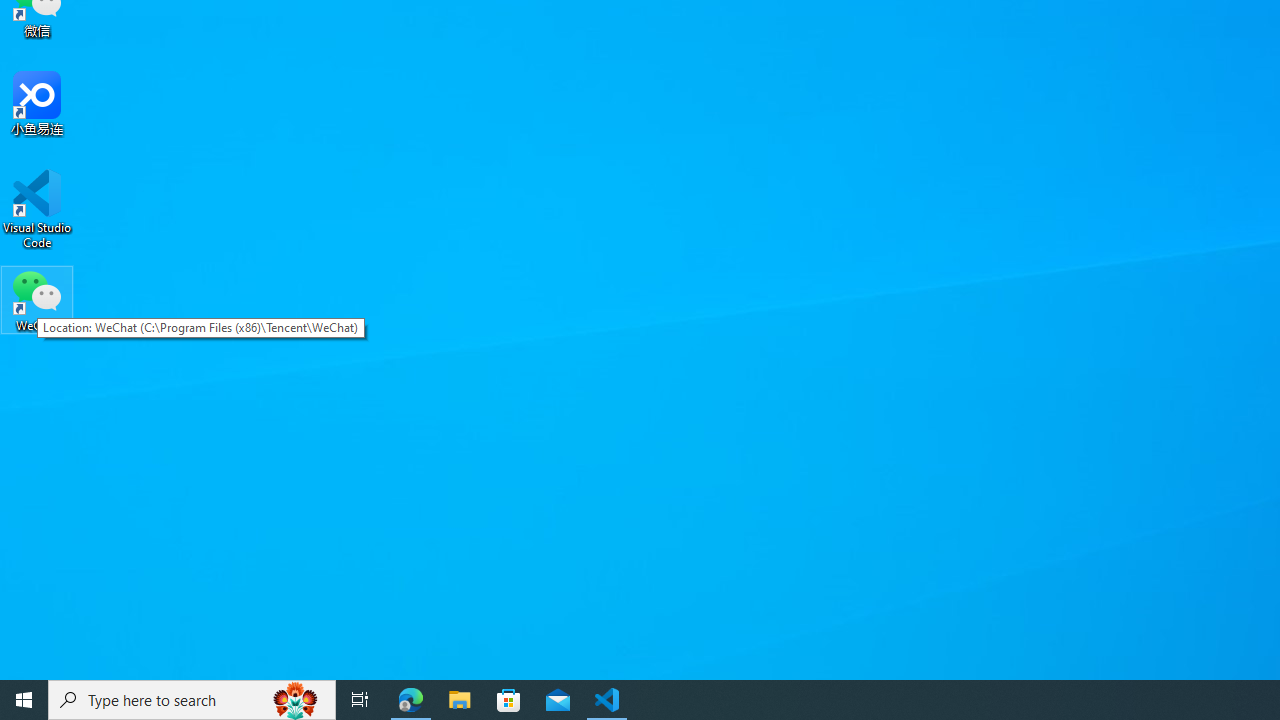 Image resolution: width=1280 pixels, height=720 pixels. Describe the element at coordinates (37, 209) in the screenshot. I see `'Visual Studio Code'` at that location.